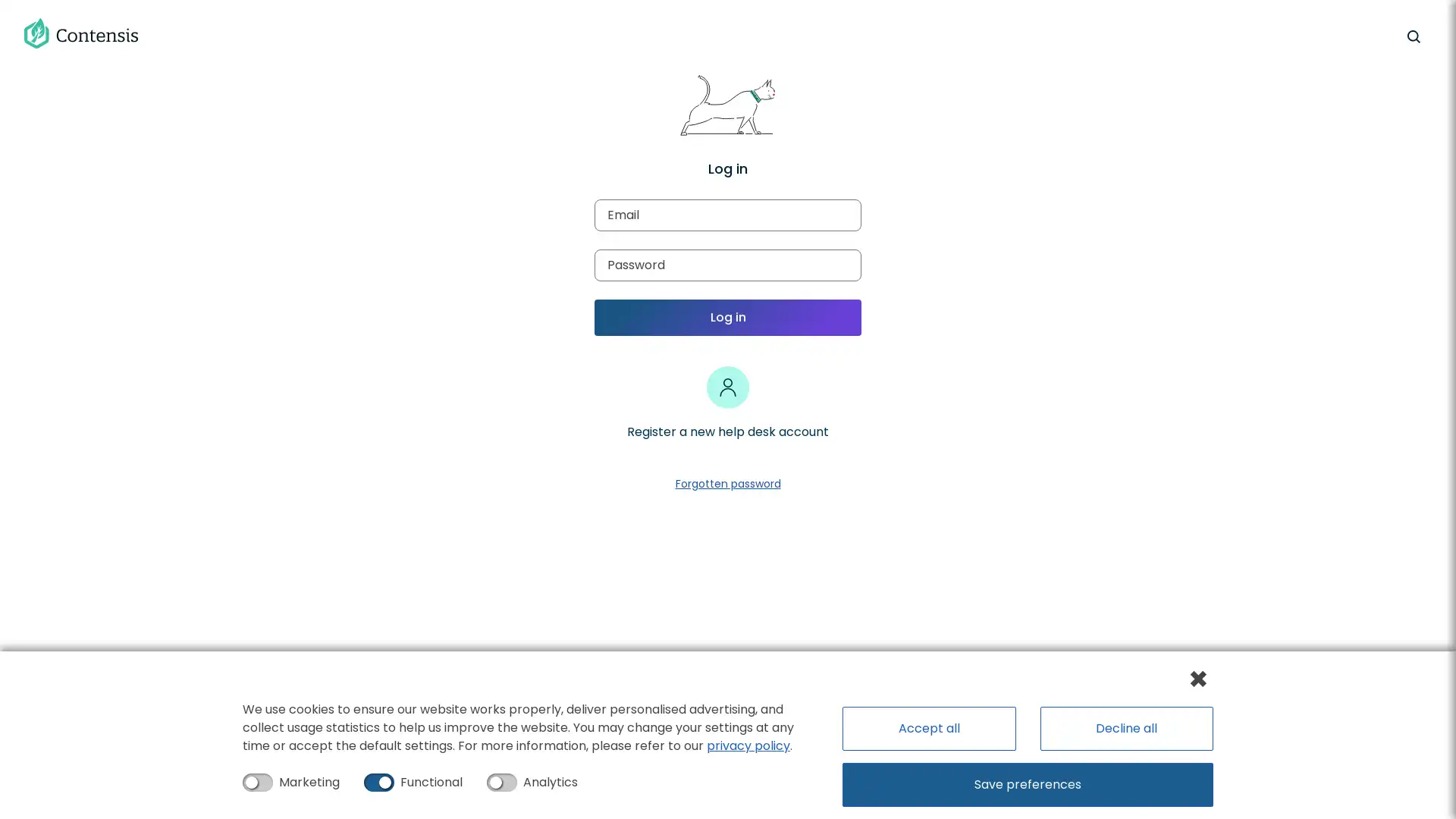 This screenshot has height=819, width=1456. Describe the element at coordinates (927, 727) in the screenshot. I see `Accept all` at that location.